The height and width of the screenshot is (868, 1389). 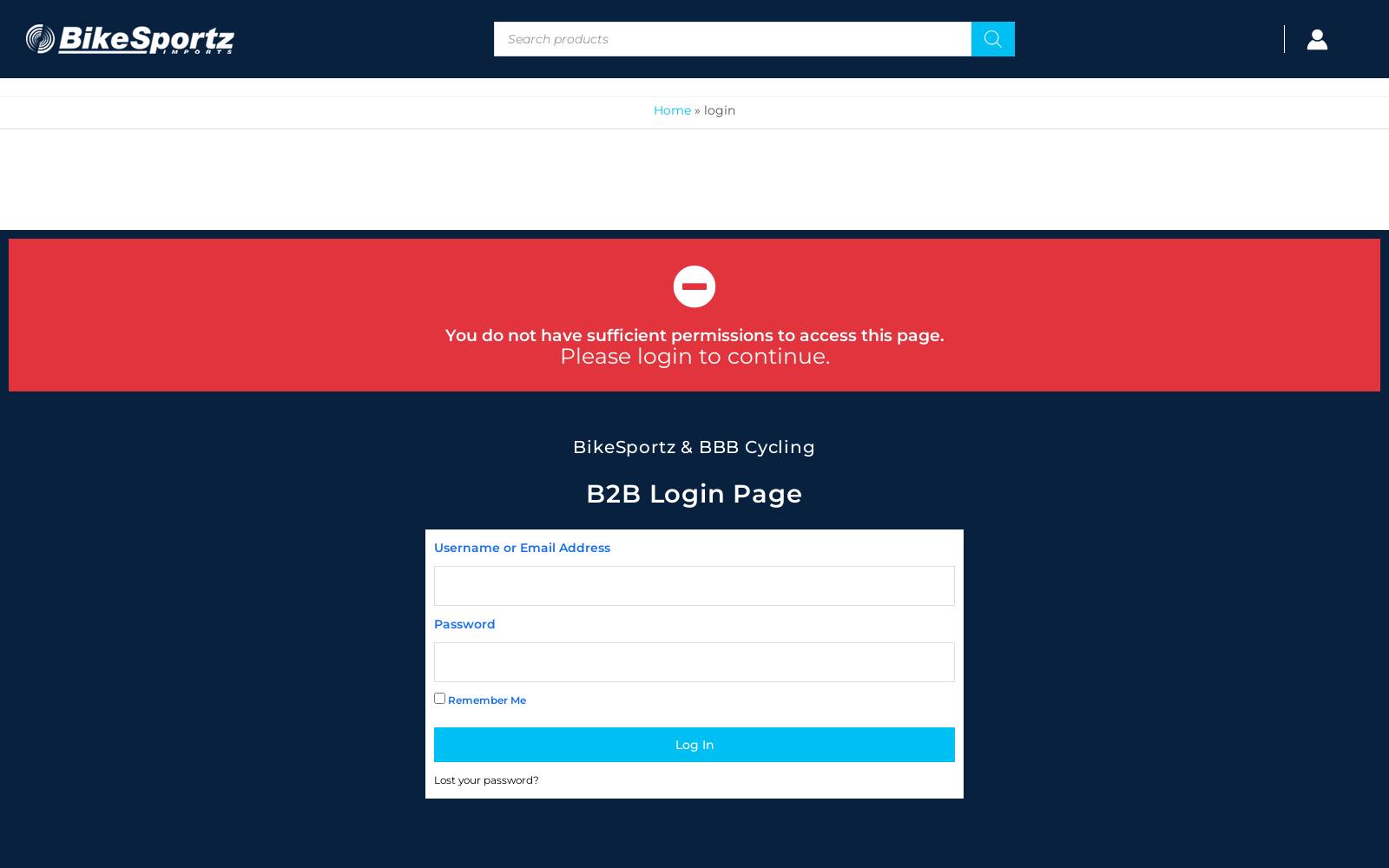 I want to click on 'Log In', so click(x=674, y=743).